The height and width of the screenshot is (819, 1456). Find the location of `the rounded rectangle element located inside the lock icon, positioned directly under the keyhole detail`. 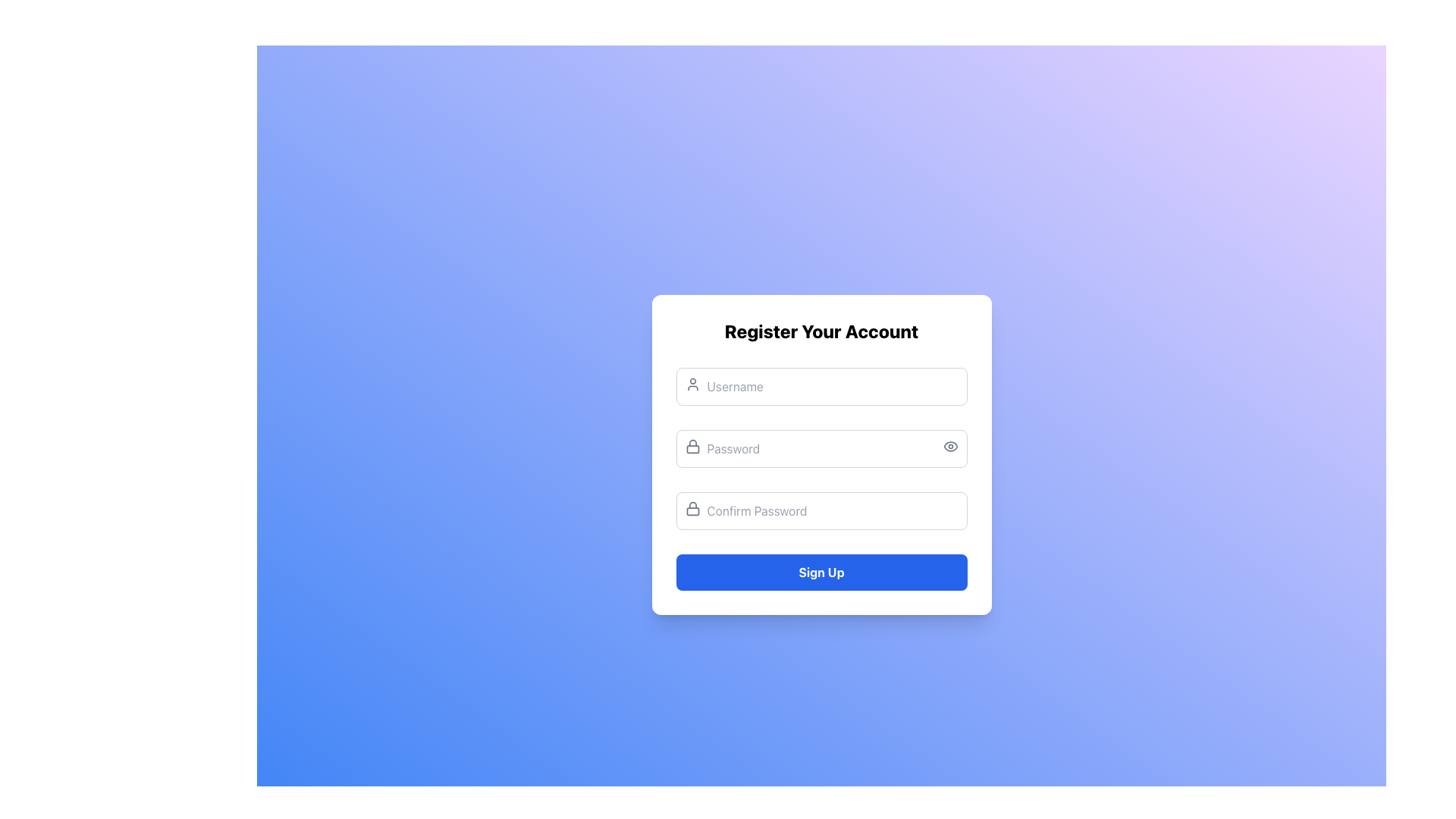

the rounded rectangle element located inside the lock icon, positioned directly under the keyhole detail is located at coordinates (692, 448).